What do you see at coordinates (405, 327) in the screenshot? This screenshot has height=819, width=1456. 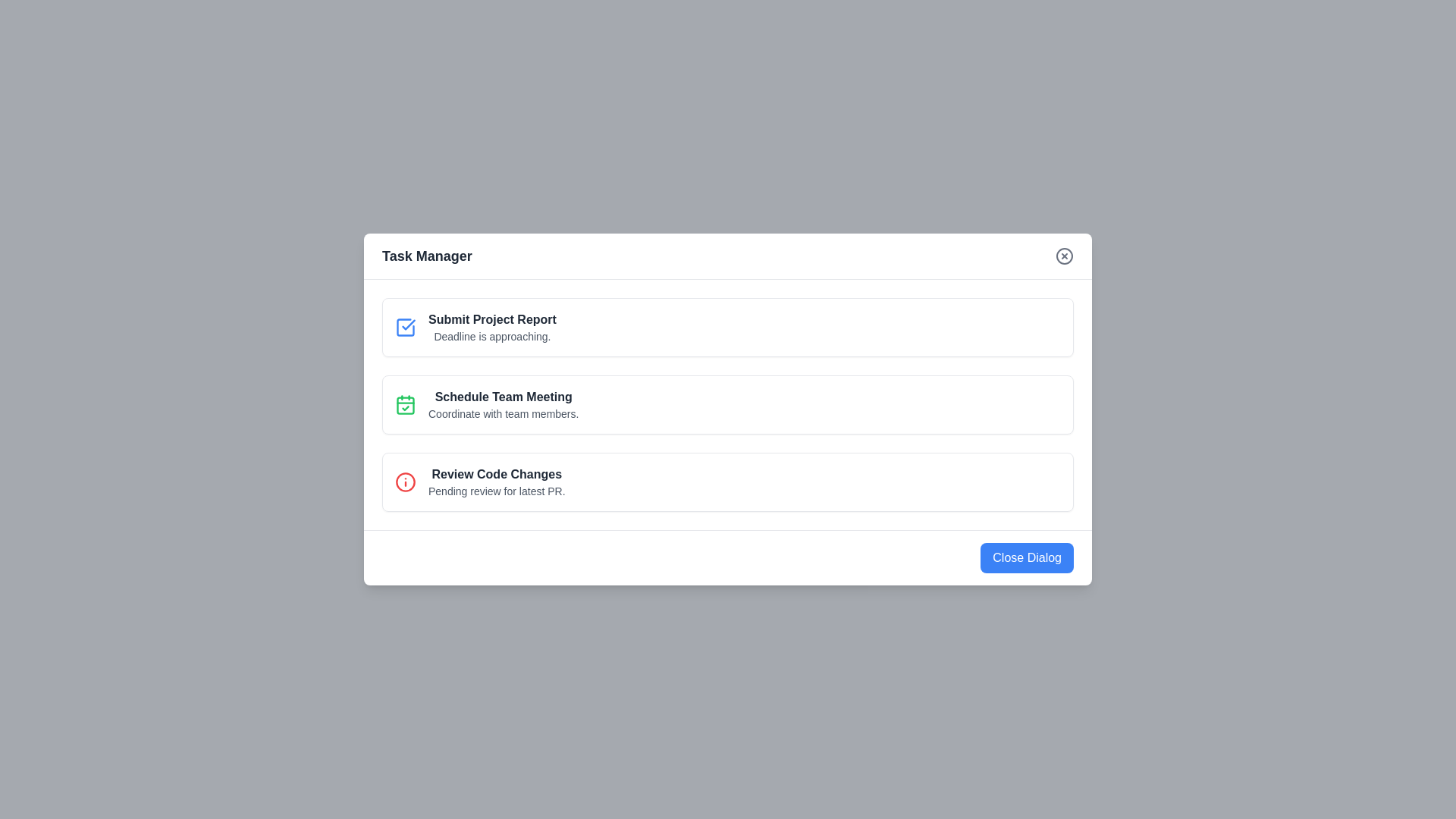 I see `the icon for the task titled 'Submit Project Report'` at bounding box center [405, 327].